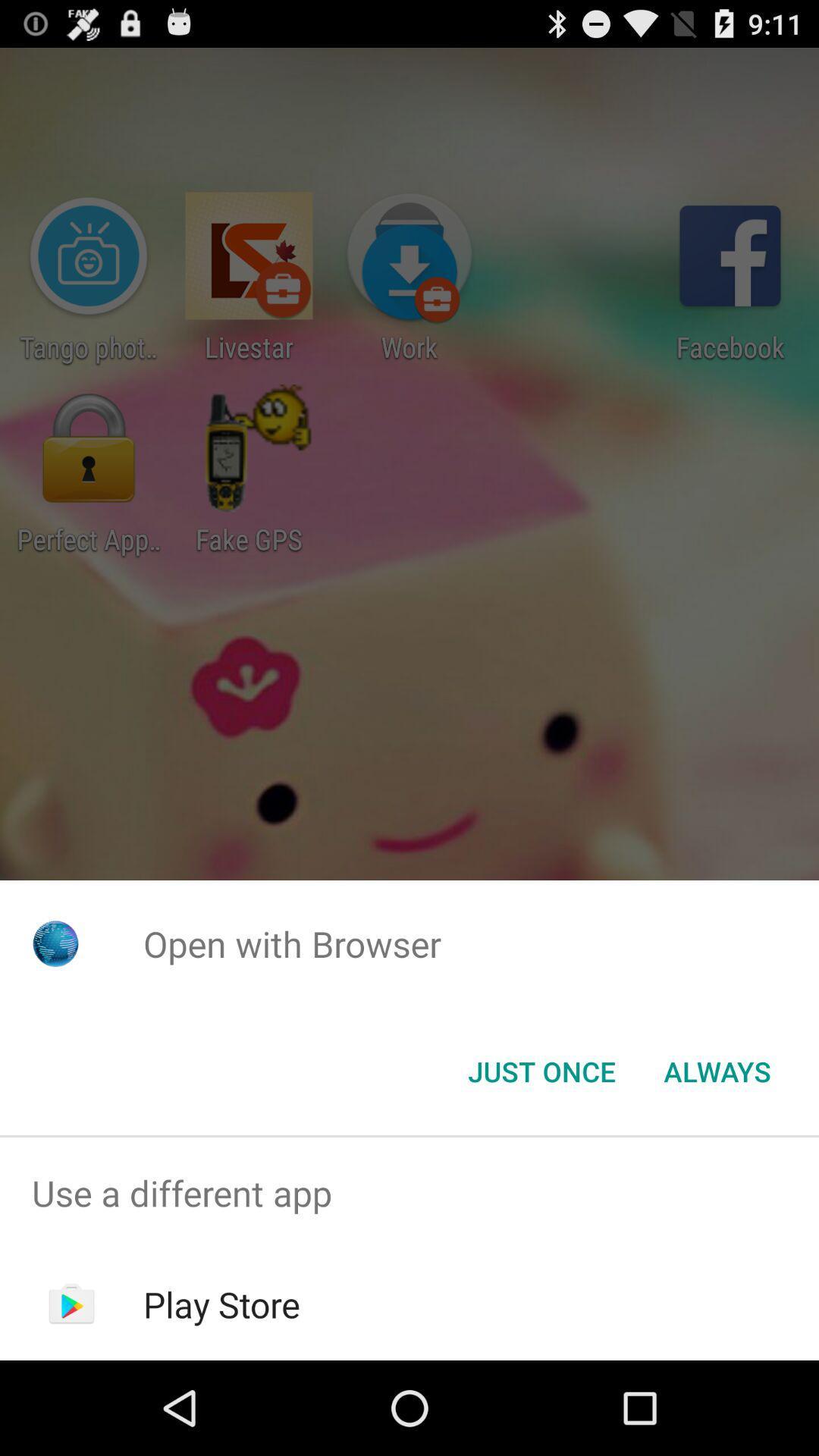 Image resolution: width=819 pixels, height=1456 pixels. What do you see at coordinates (717, 1070) in the screenshot?
I see `the app below the open with browser icon` at bounding box center [717, 1070].